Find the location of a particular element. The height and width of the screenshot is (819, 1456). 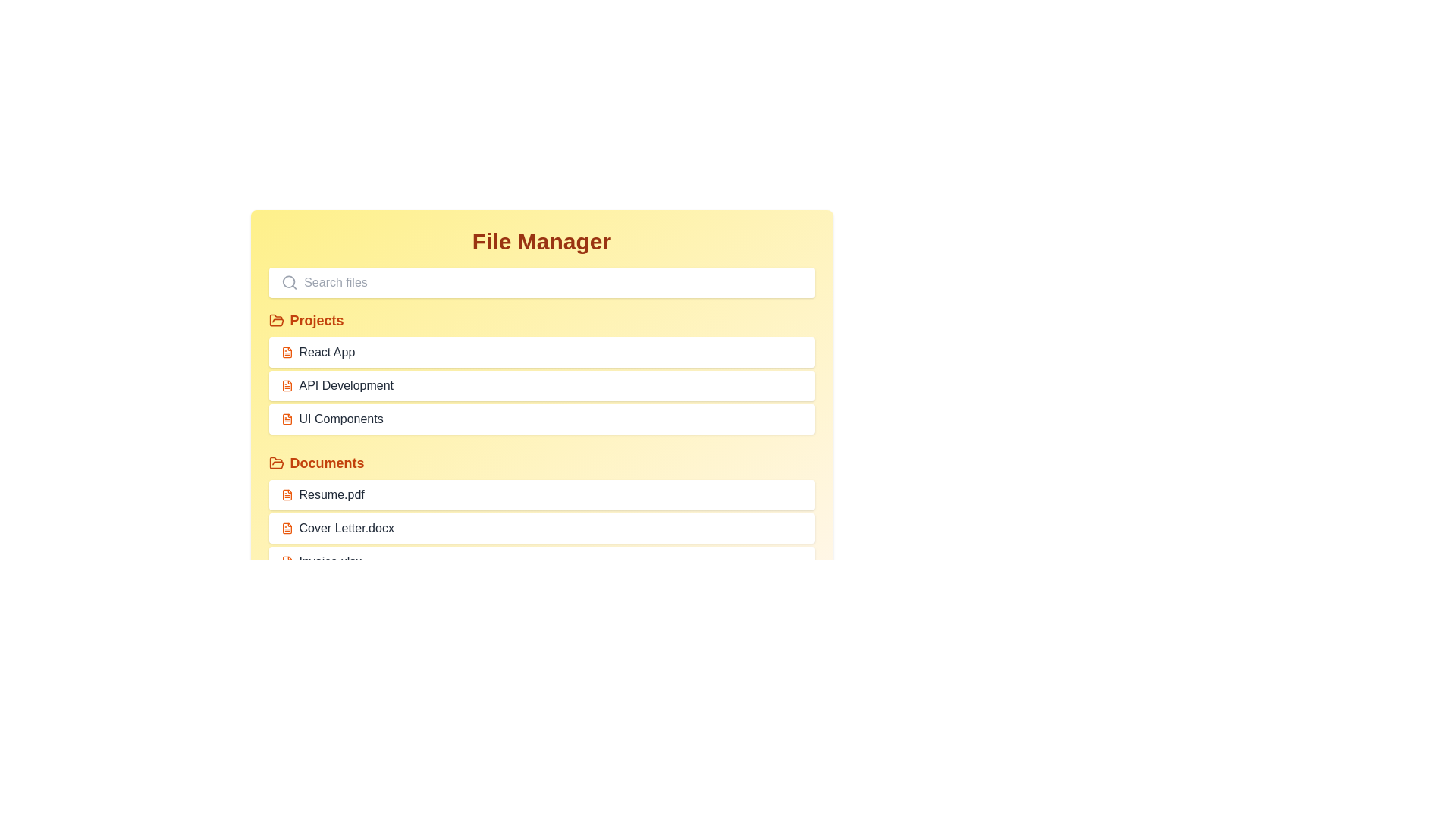

the file named Cover Letter.docx to select it is located at coordinates (541, 528).